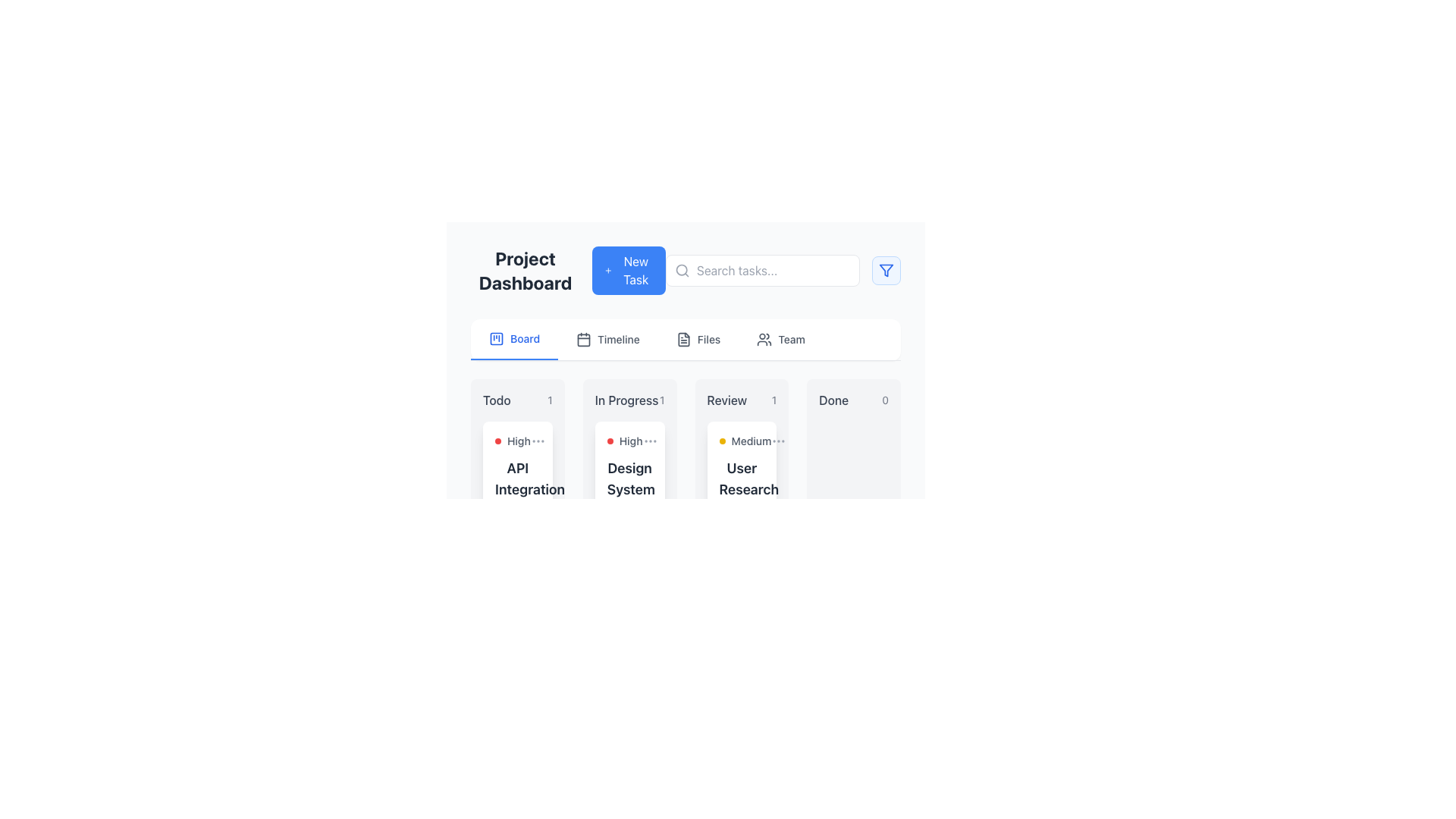 This screenshot has width=1456, height=819. Describe the element at coordinates (635, 270) in the screenshot. I see `the blue button containing the text label indicating the action to create a new task, located in the top central area of the interface, next to a '+' symbol` at that location.